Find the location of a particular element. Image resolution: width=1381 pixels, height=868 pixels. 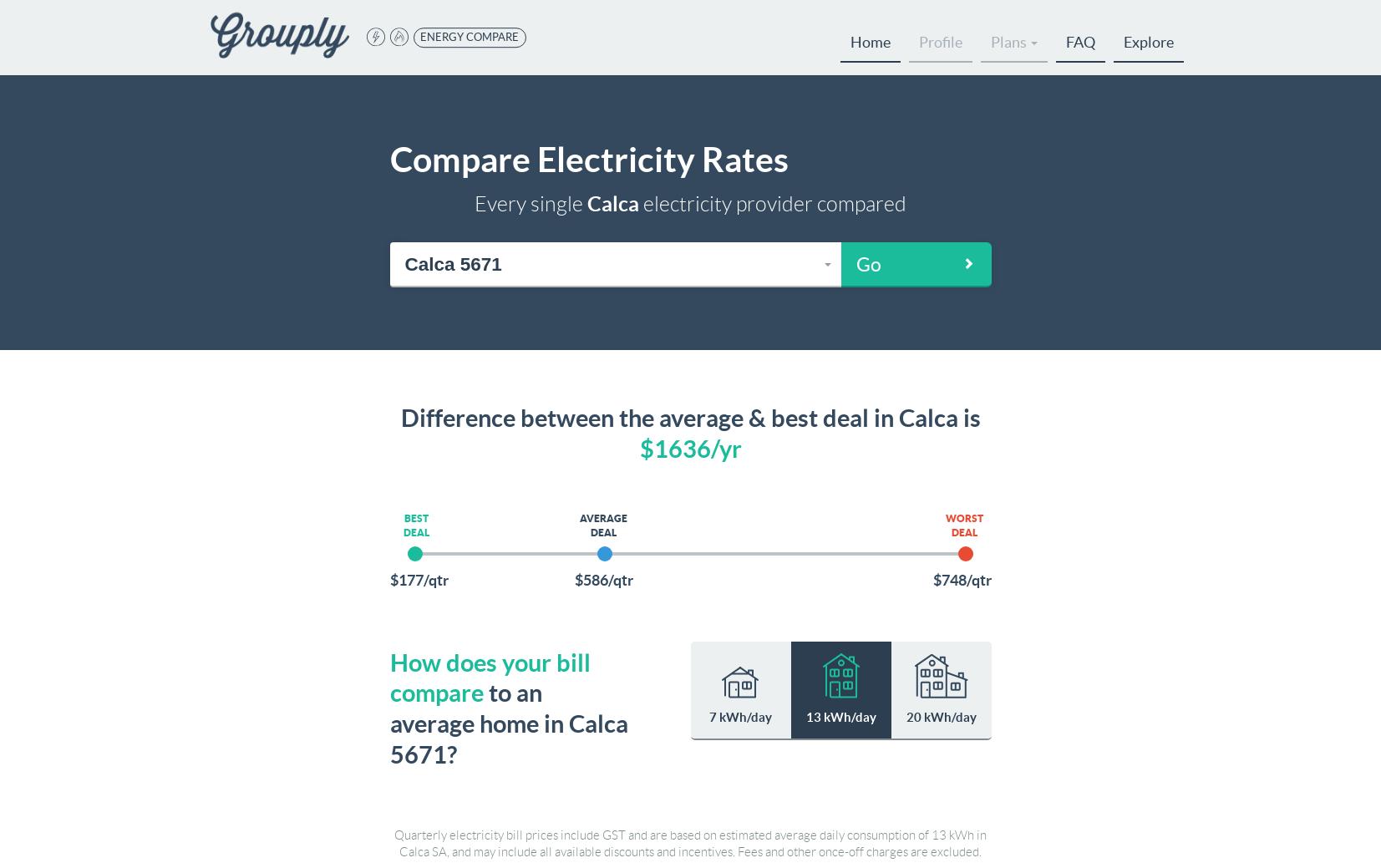

'1636' is located at coordinates (680, 448).